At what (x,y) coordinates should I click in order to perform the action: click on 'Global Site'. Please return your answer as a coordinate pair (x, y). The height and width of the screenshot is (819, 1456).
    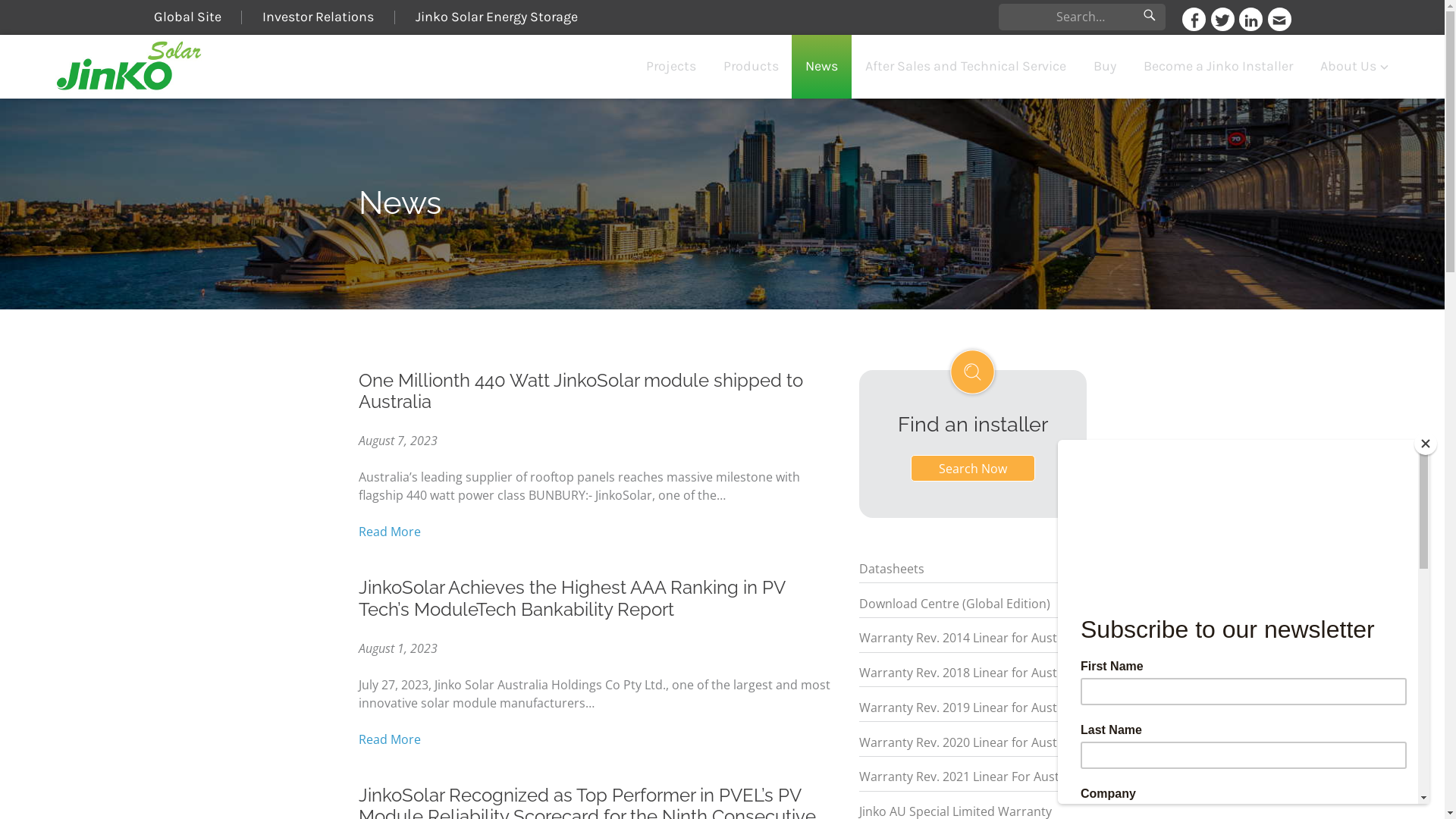
    Looking at the image, I should click on (196, 17).